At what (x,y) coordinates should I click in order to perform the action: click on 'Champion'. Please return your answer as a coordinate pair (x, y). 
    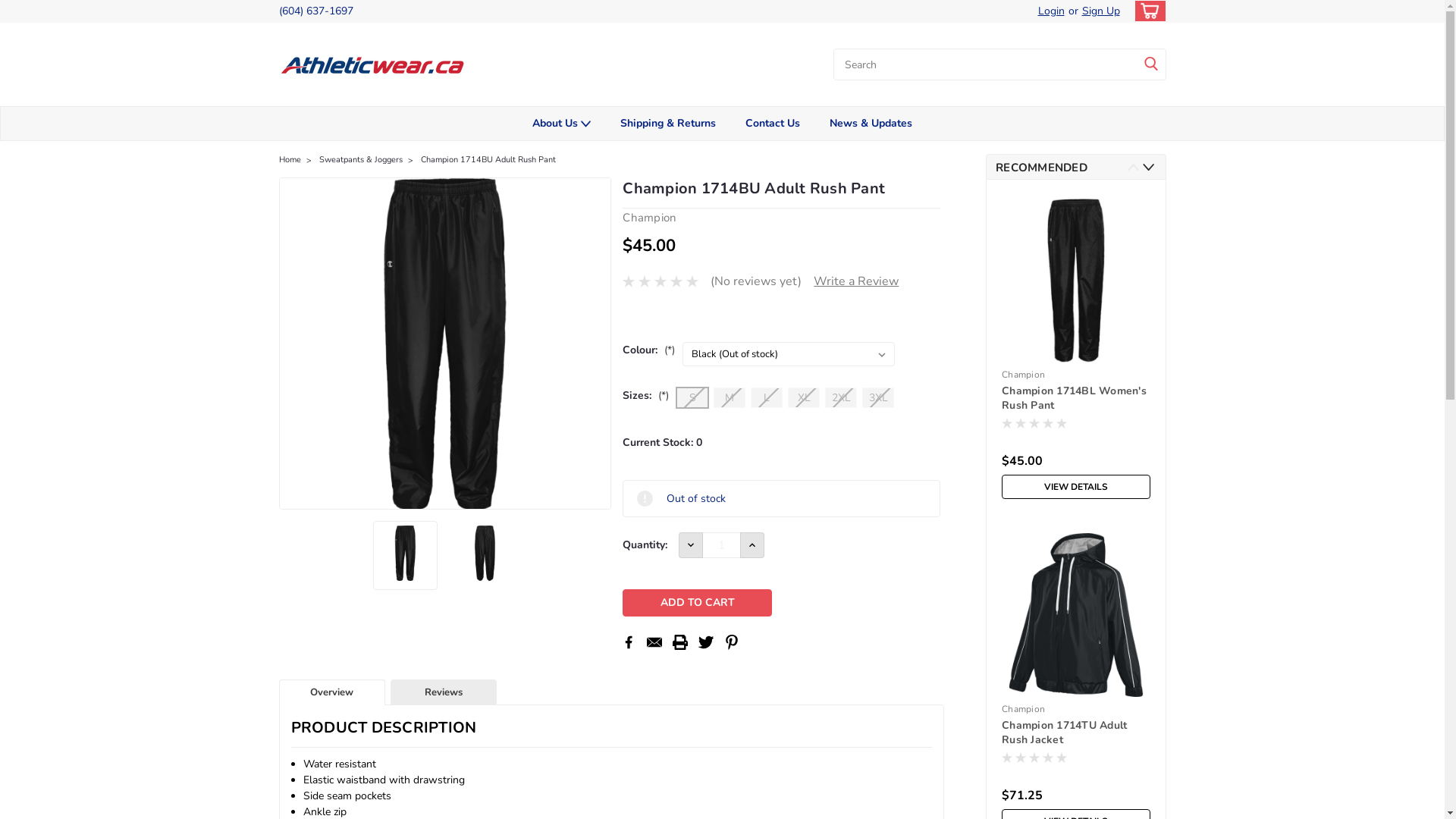
    Looking at the image, I should click on (649, 217).